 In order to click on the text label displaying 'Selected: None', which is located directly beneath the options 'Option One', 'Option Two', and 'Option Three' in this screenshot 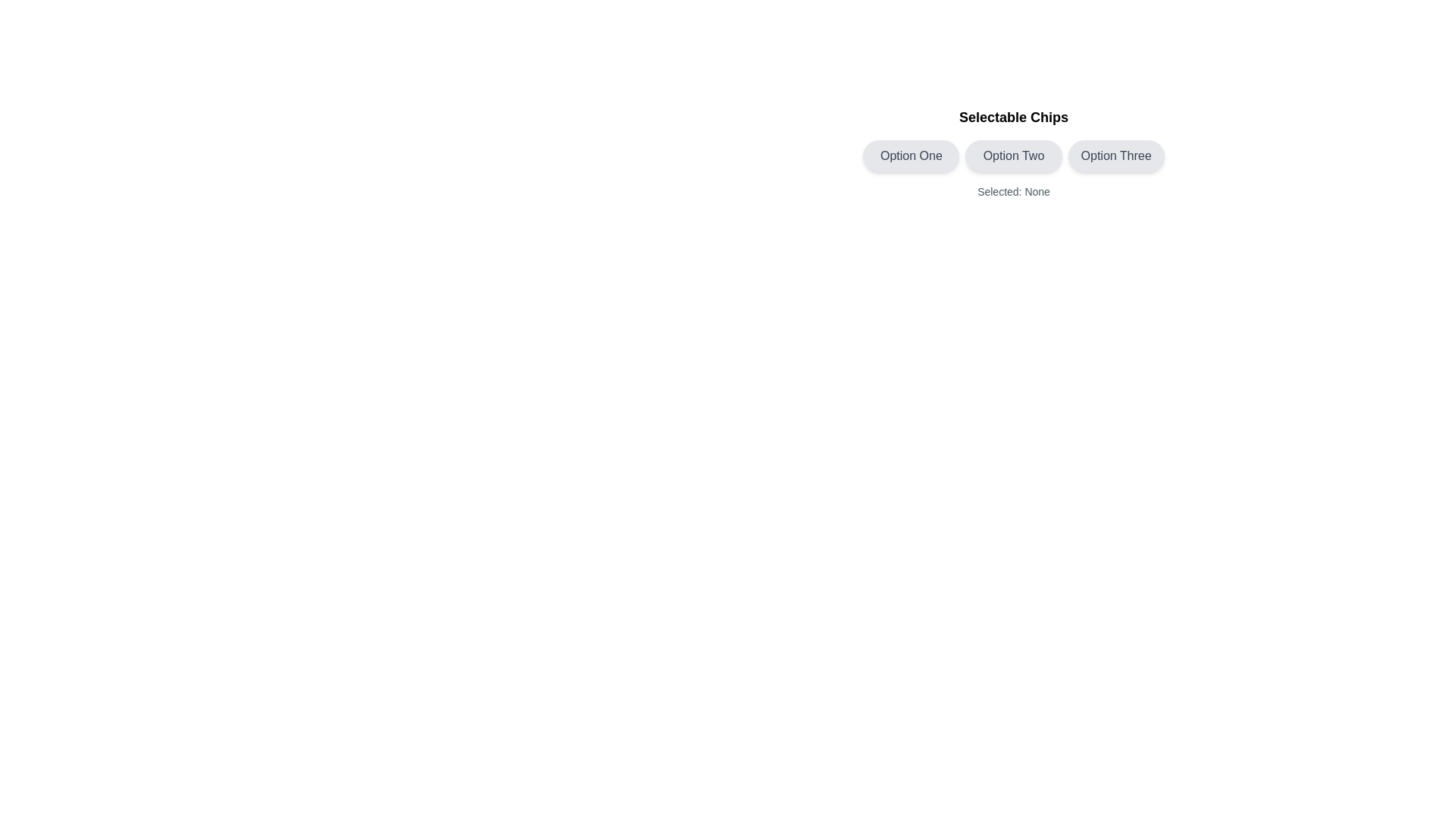, I will do `click(1013, 191)`.